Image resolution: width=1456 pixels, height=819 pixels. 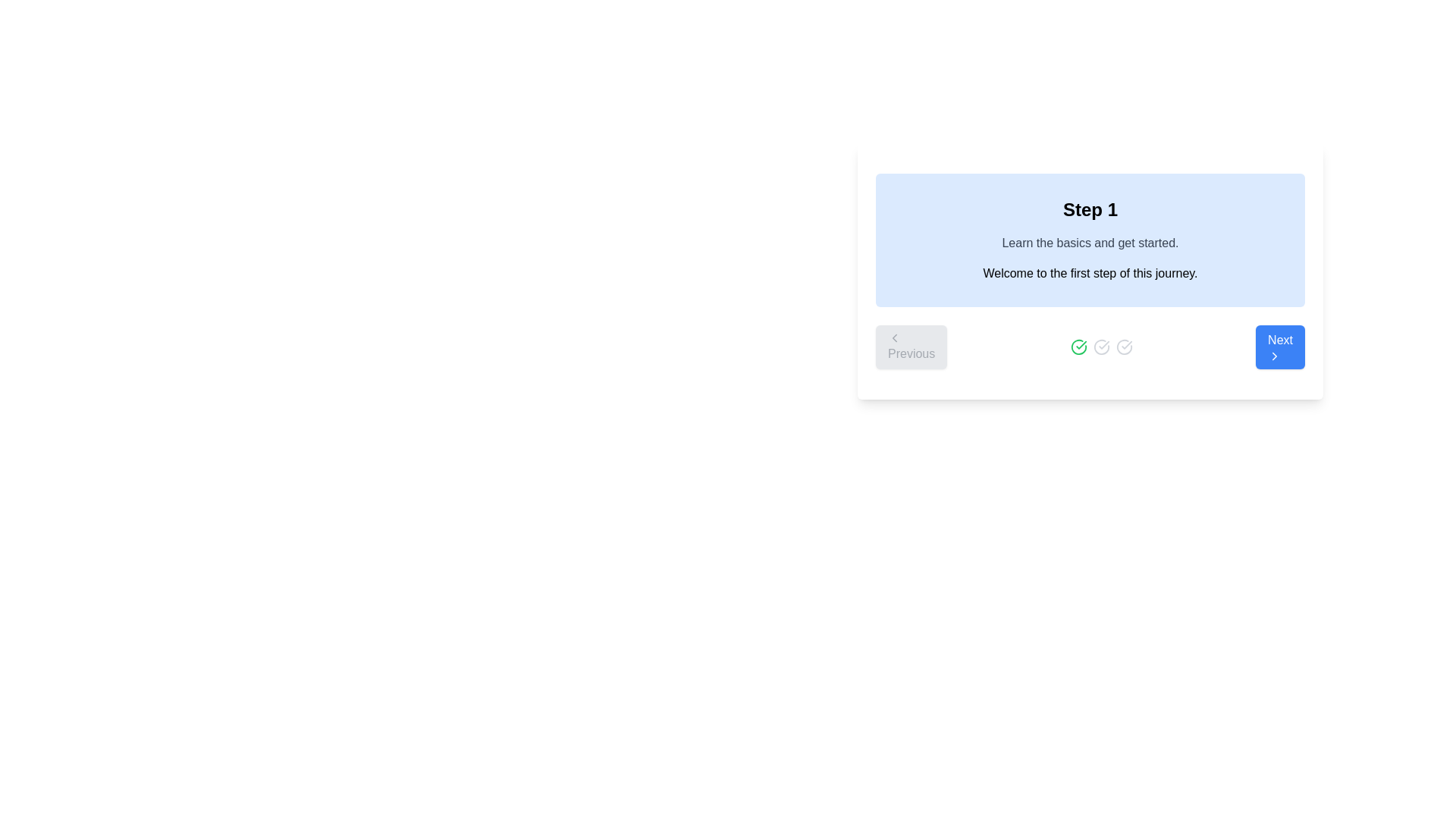 I want to click on the 'Previous' button, which is a rectangular button with slightly rounded corners, a gray background, and the text label 'Previous' in gray font, located at the bottom left of the interface, so click(x=911, y=347).